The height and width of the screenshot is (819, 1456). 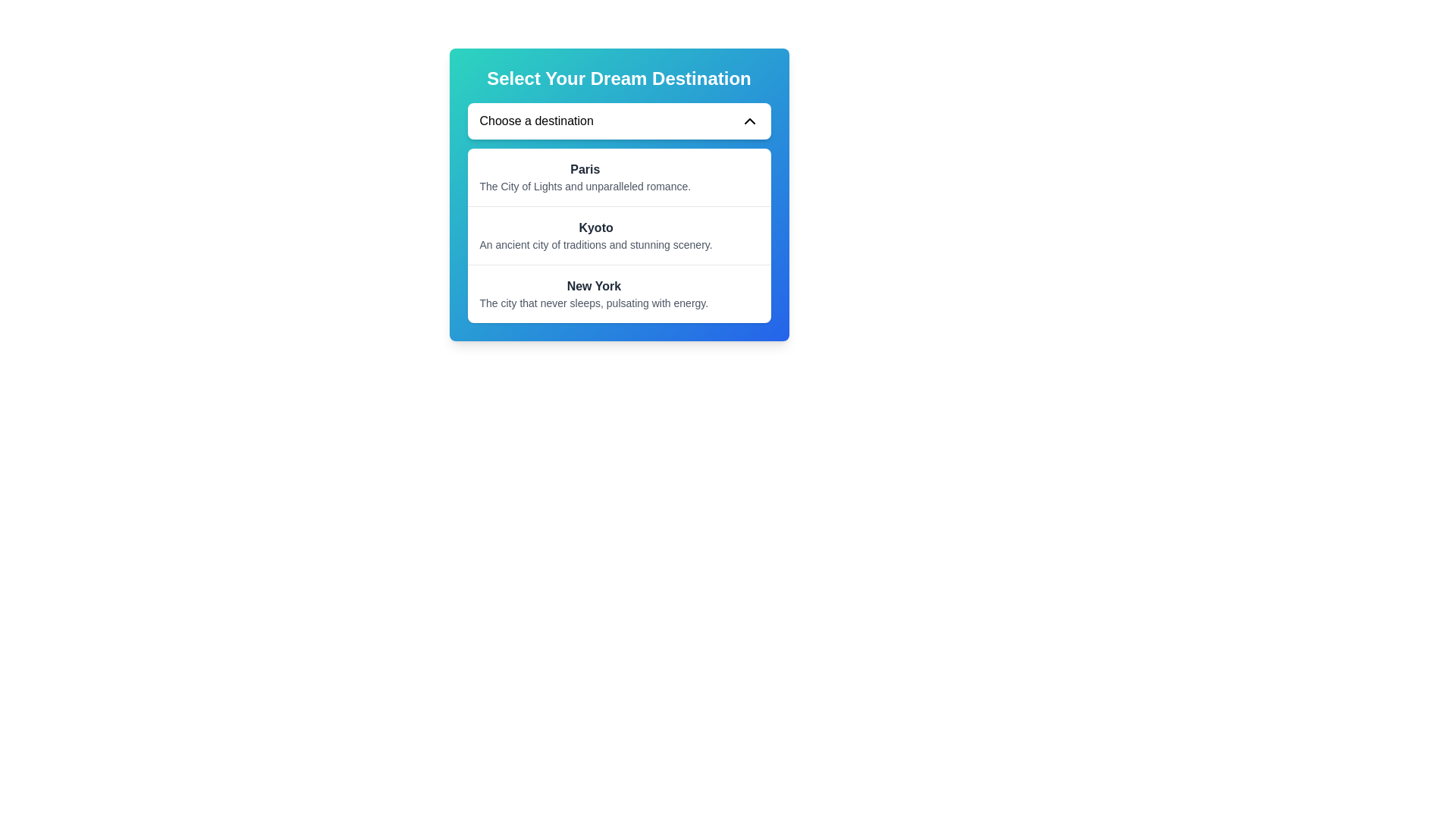 I want to click on the rectangular white dropdown menu labeled 'Choose a destination', so click(x=619, y=120).